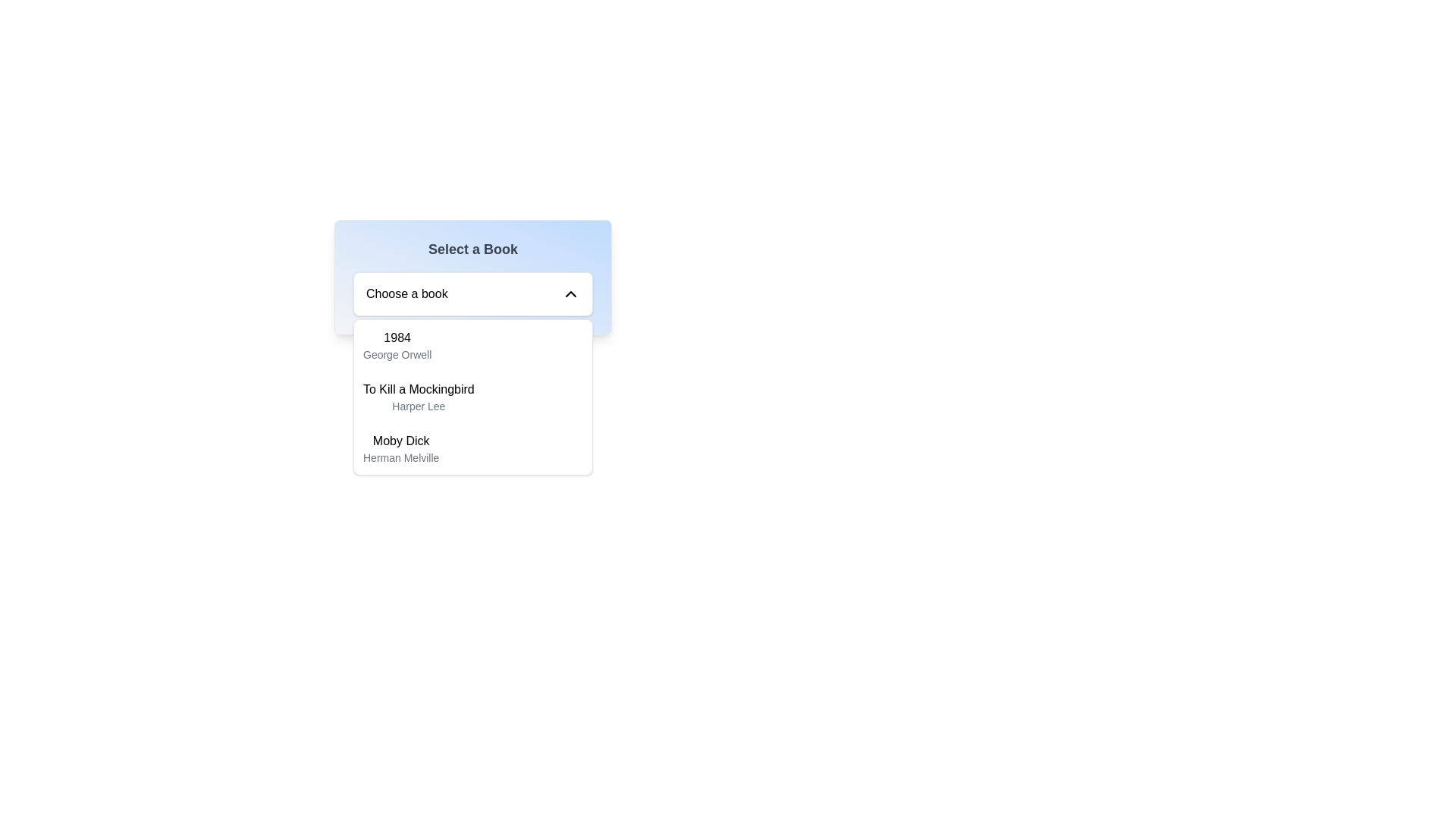 Image resolution: width=1456 pixels, height=819 pixels. What do you see at coordinates (401, 457) in the screenshot?
I see `the text label displaying 'Herman Melville', which is located below the title 'Moby Dick' in the dropdown menu list` at bounding box center [401, 457].